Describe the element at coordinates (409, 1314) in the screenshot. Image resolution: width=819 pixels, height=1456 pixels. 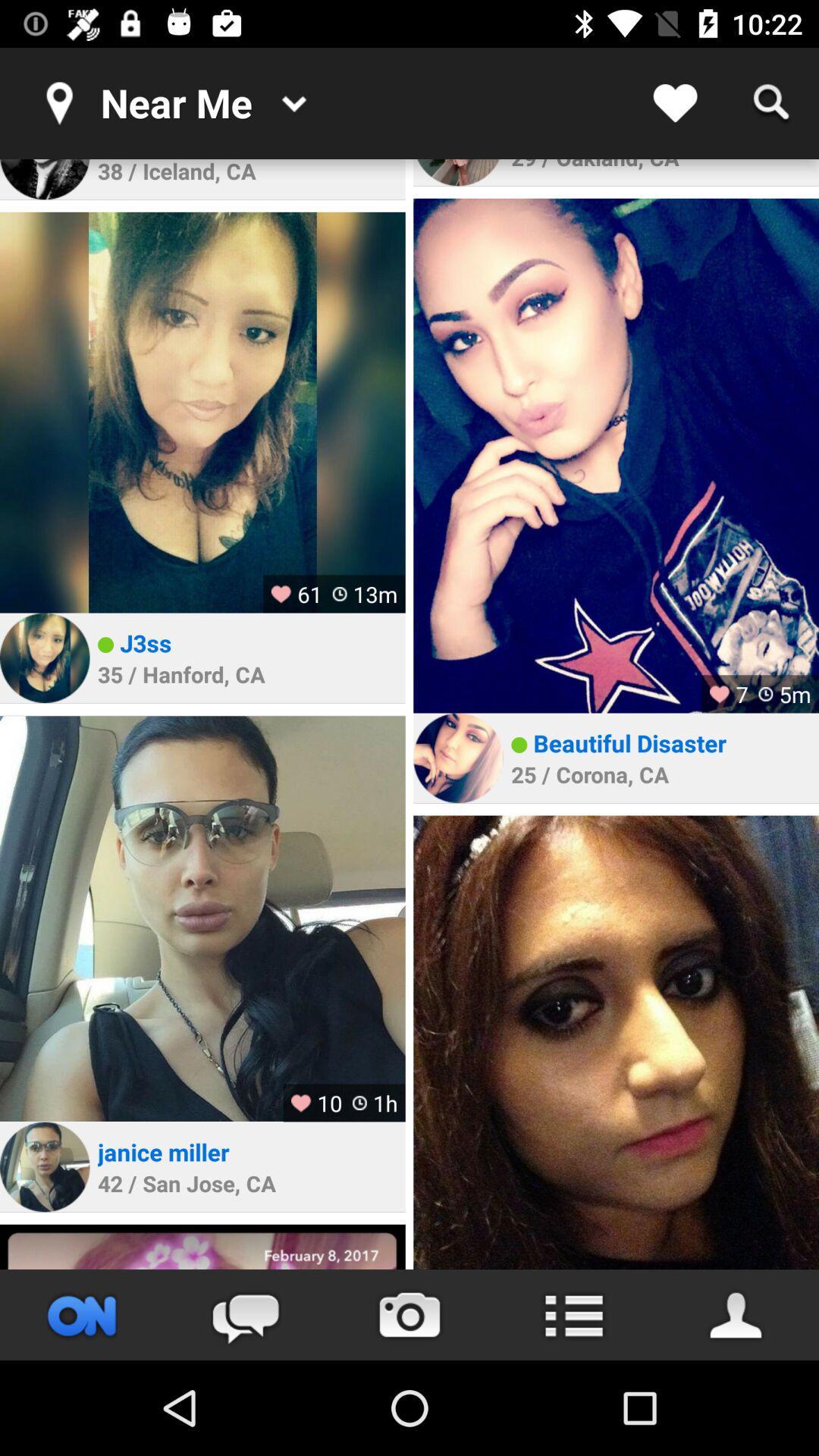
I see `take a picture` at that location.